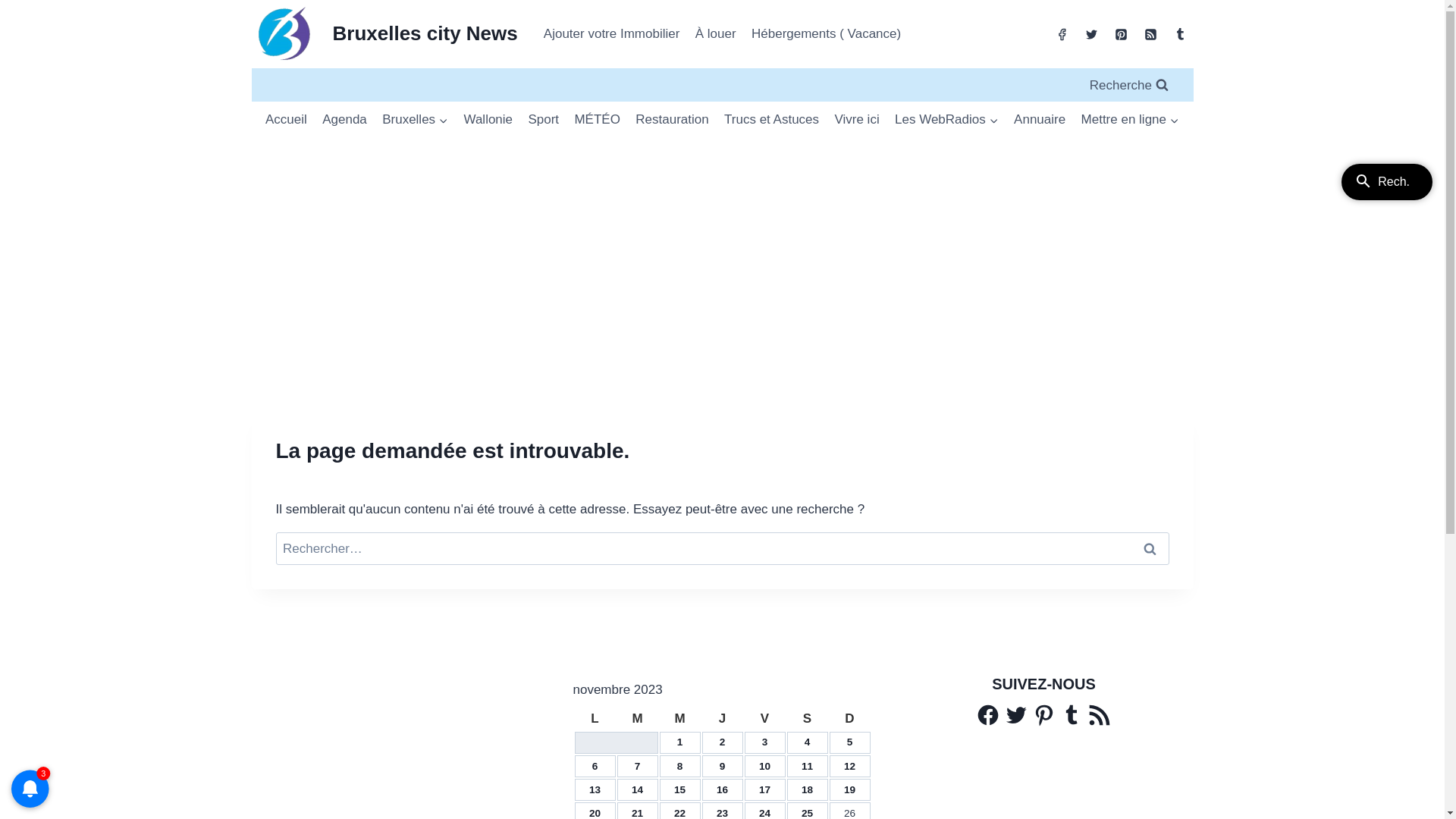 The height and width of the screenshot is (819, 1456). Describe the element at coordinates (676, 765) in the screenshot. I see `'8'` at that location.